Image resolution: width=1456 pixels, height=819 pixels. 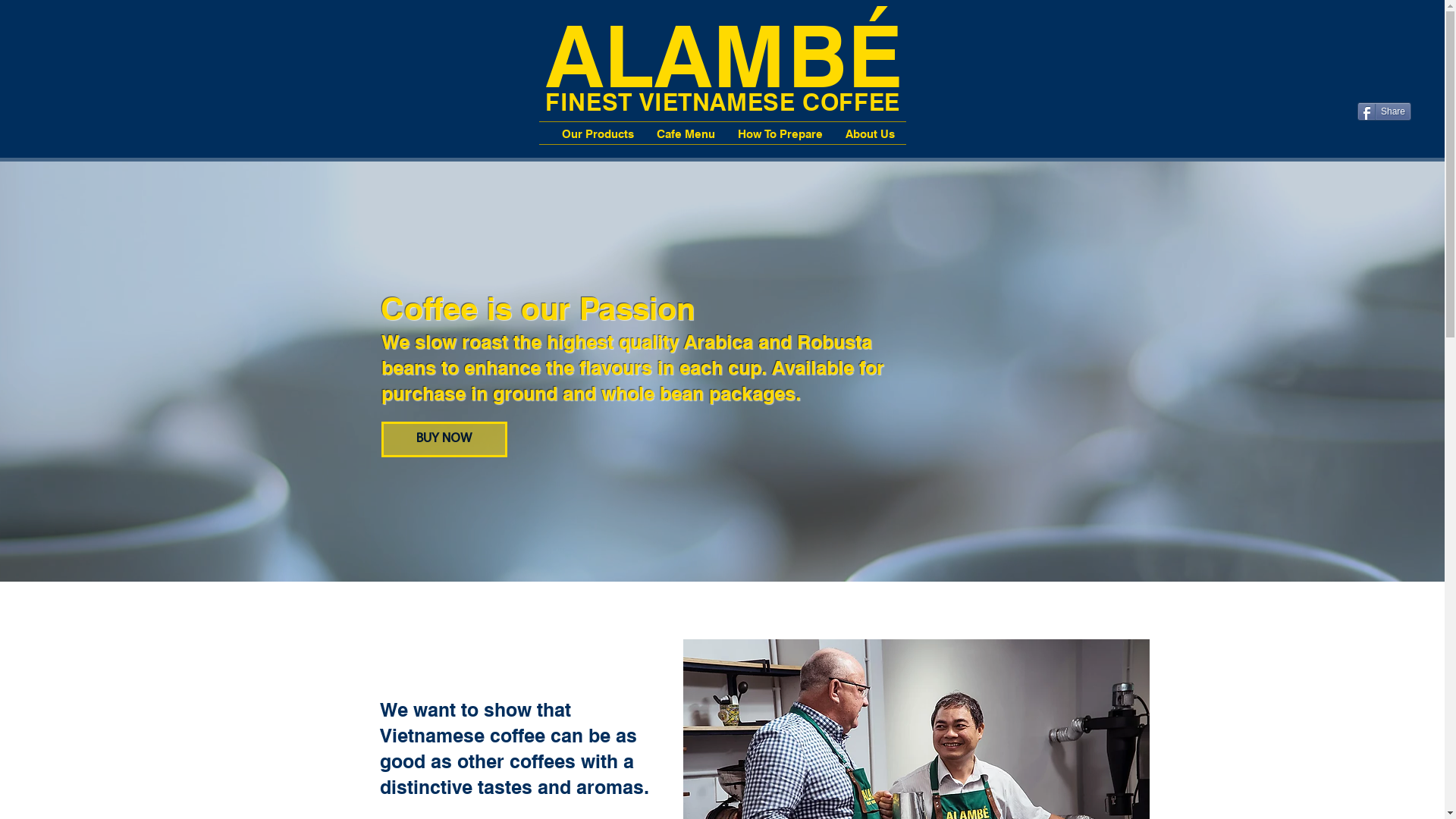 What do you see at coordinates (726, 131) in the screenshot?
I see `'How To Prepare'` at bounding box center [726, 131].